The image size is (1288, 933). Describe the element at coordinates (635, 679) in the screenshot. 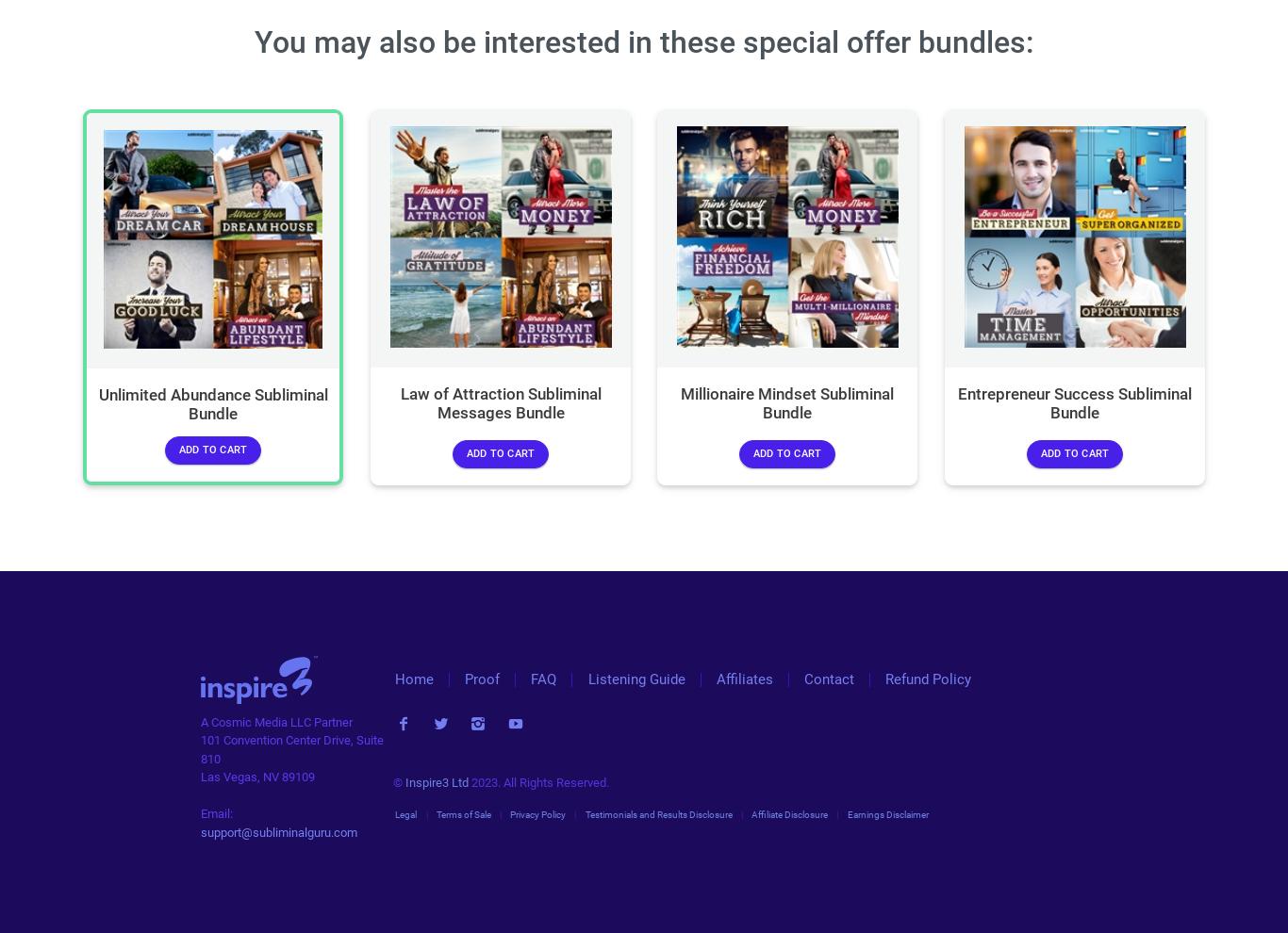

I see `'Listening Guide'` at that location.